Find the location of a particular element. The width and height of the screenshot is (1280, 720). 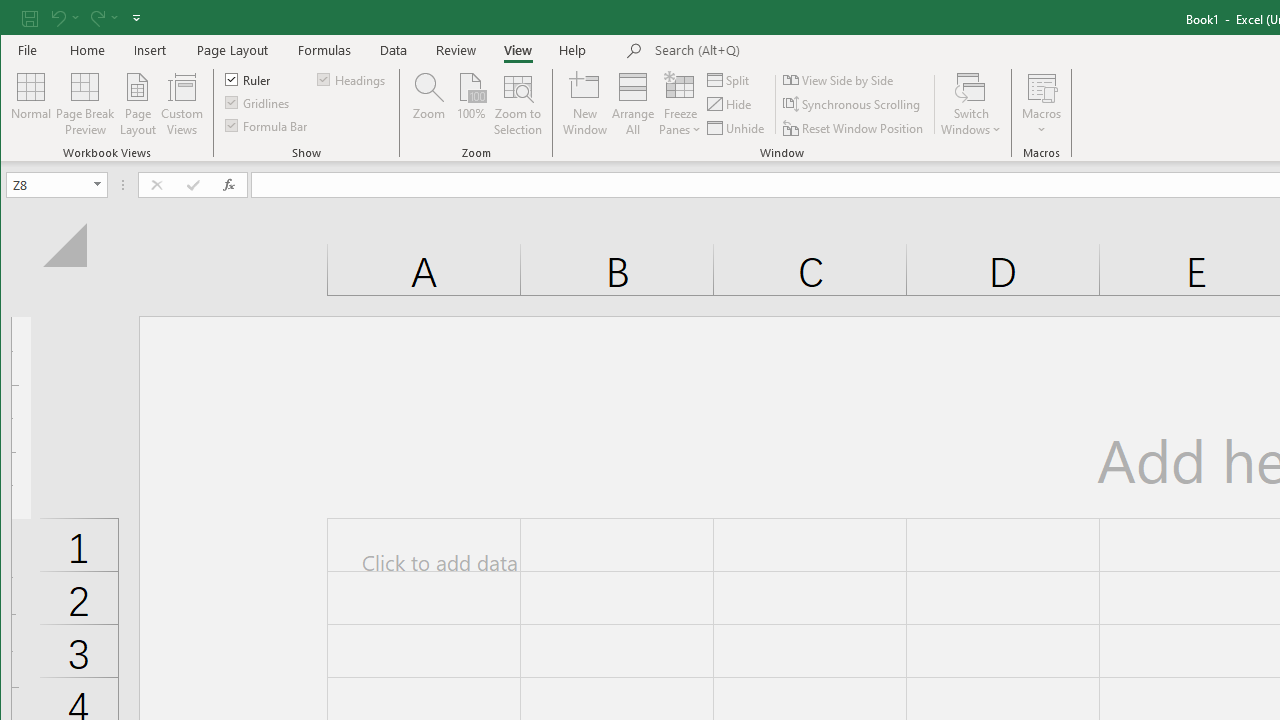

'Gridlines' is located at coordinates (257, 102).